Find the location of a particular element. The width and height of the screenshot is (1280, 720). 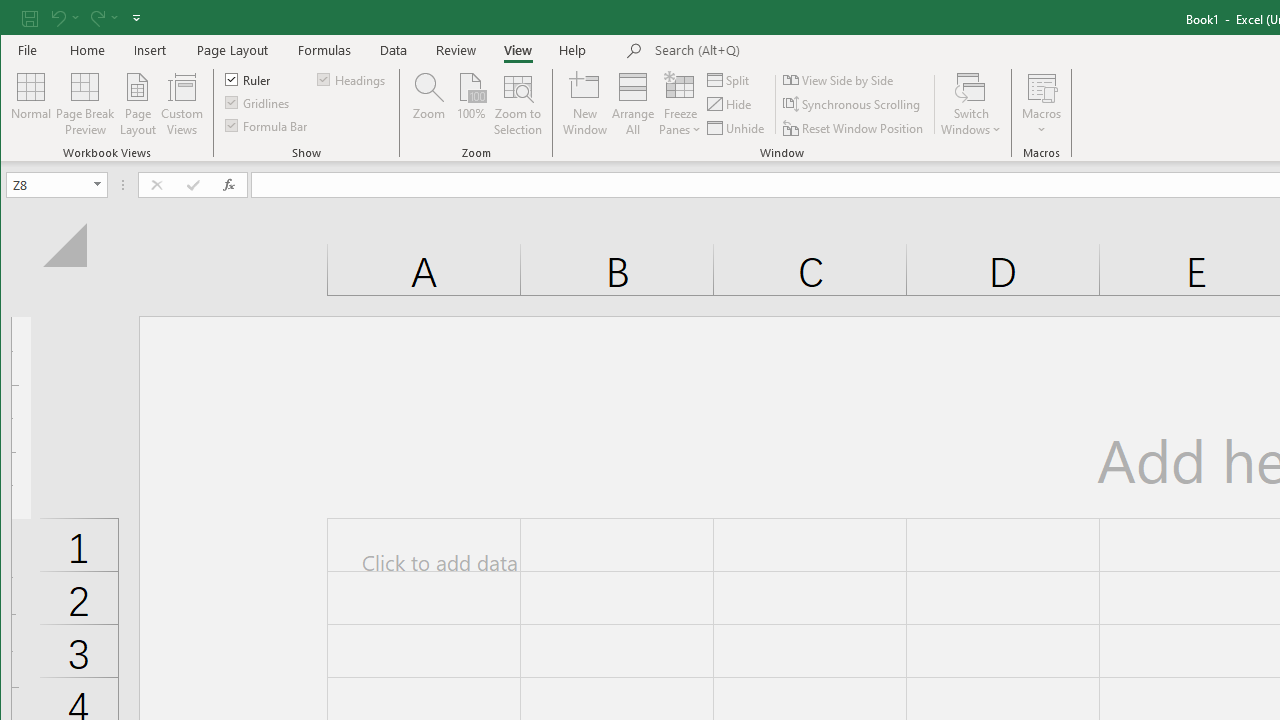

'Gridlines' is located at coordinates (257, 102).